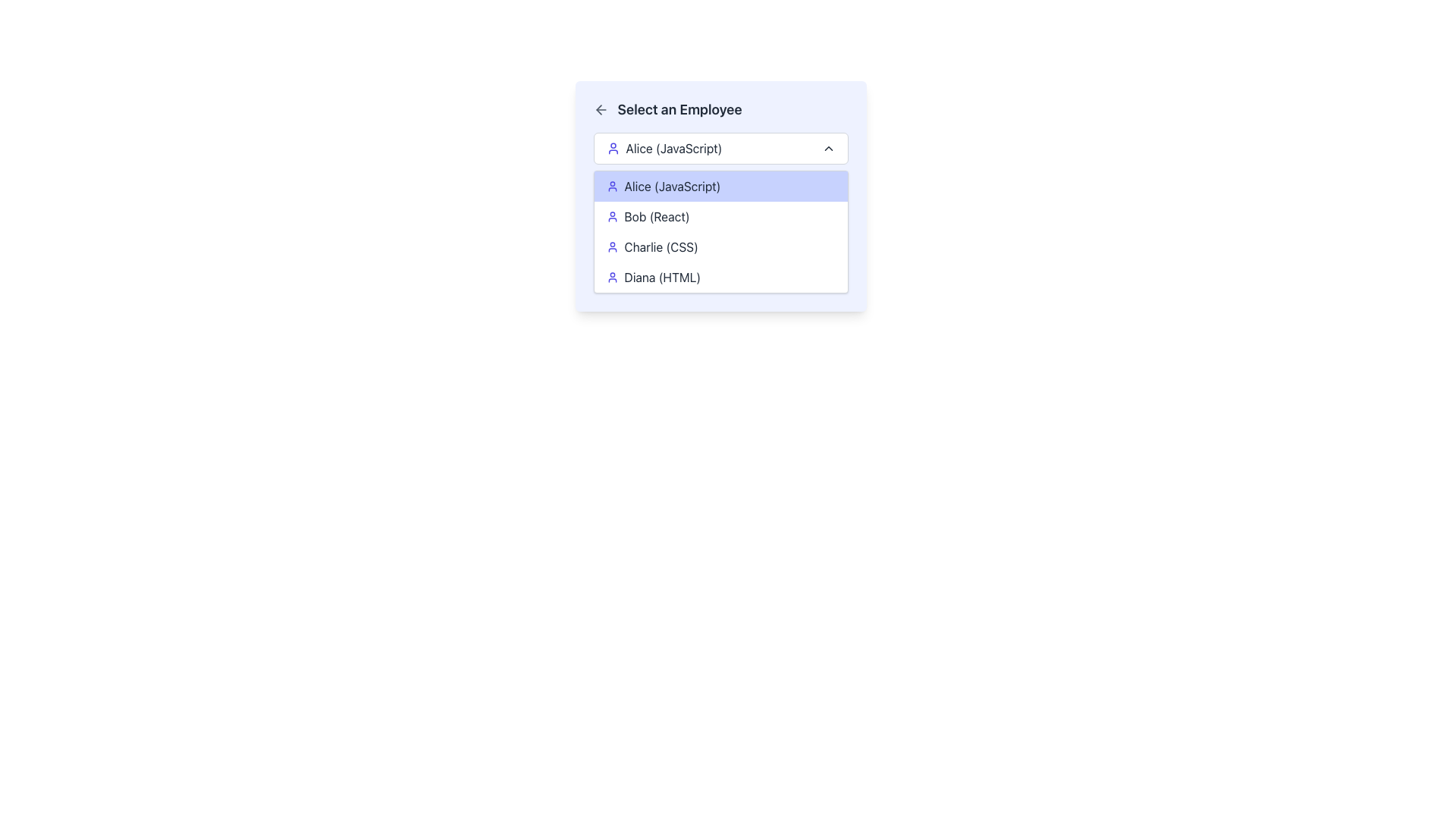 The height and width of the screenshot is (819, 1456). Describe the element at coordinates (600, 109) in the screenshot. I see `the left-pointing arrow icon adjacent to the 'Select an Employee' text` at that location.